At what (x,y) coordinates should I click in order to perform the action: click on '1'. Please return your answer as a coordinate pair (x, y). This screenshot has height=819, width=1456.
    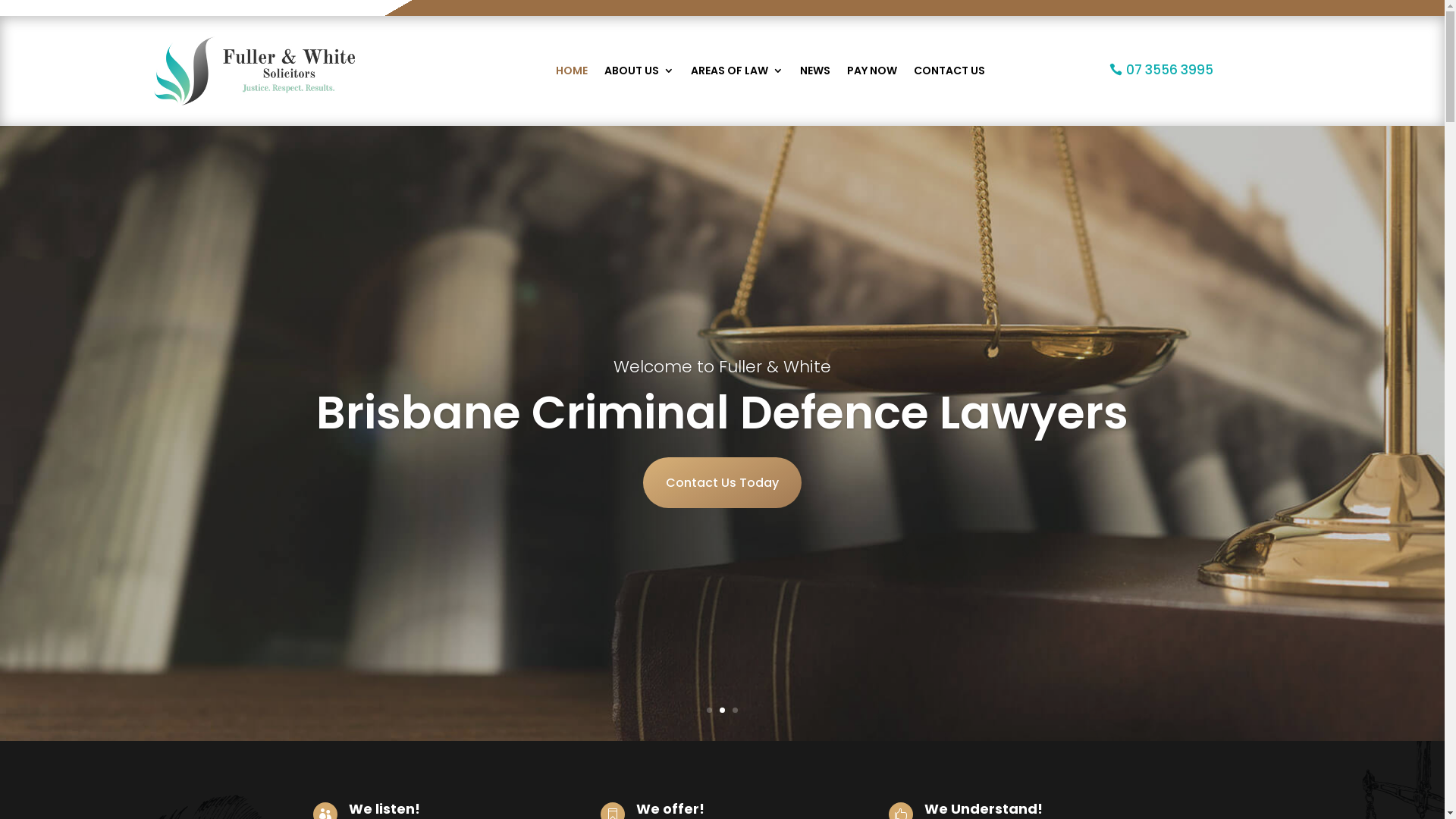
    Looking at the image, I should click on (705, 710).